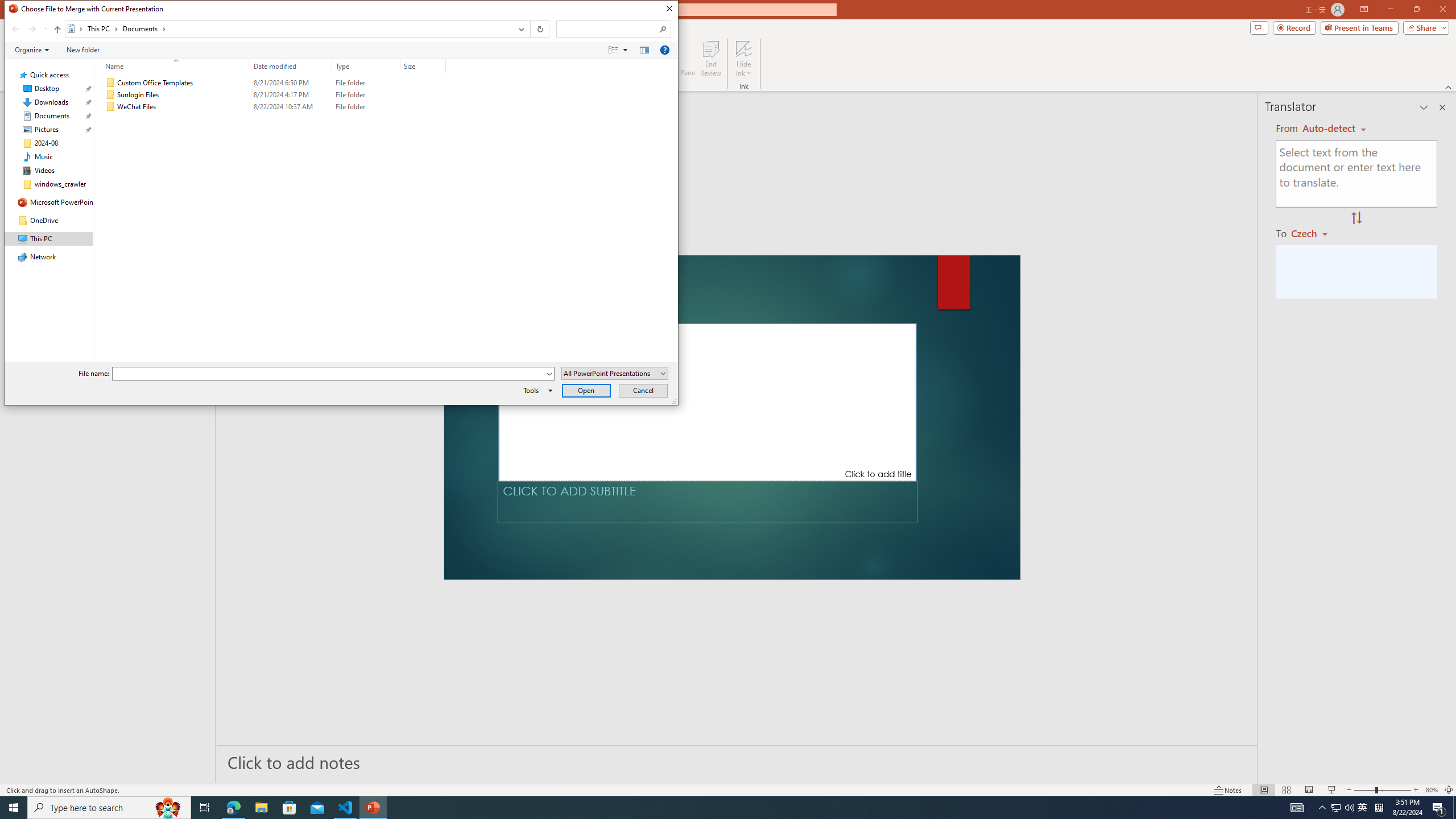 The height and width of the screenshot is (819, 1456). What do you see at coordinates (57, 30) in the screenshot?
I see `'Up band toolbar'` at bounding box center [57, 30].